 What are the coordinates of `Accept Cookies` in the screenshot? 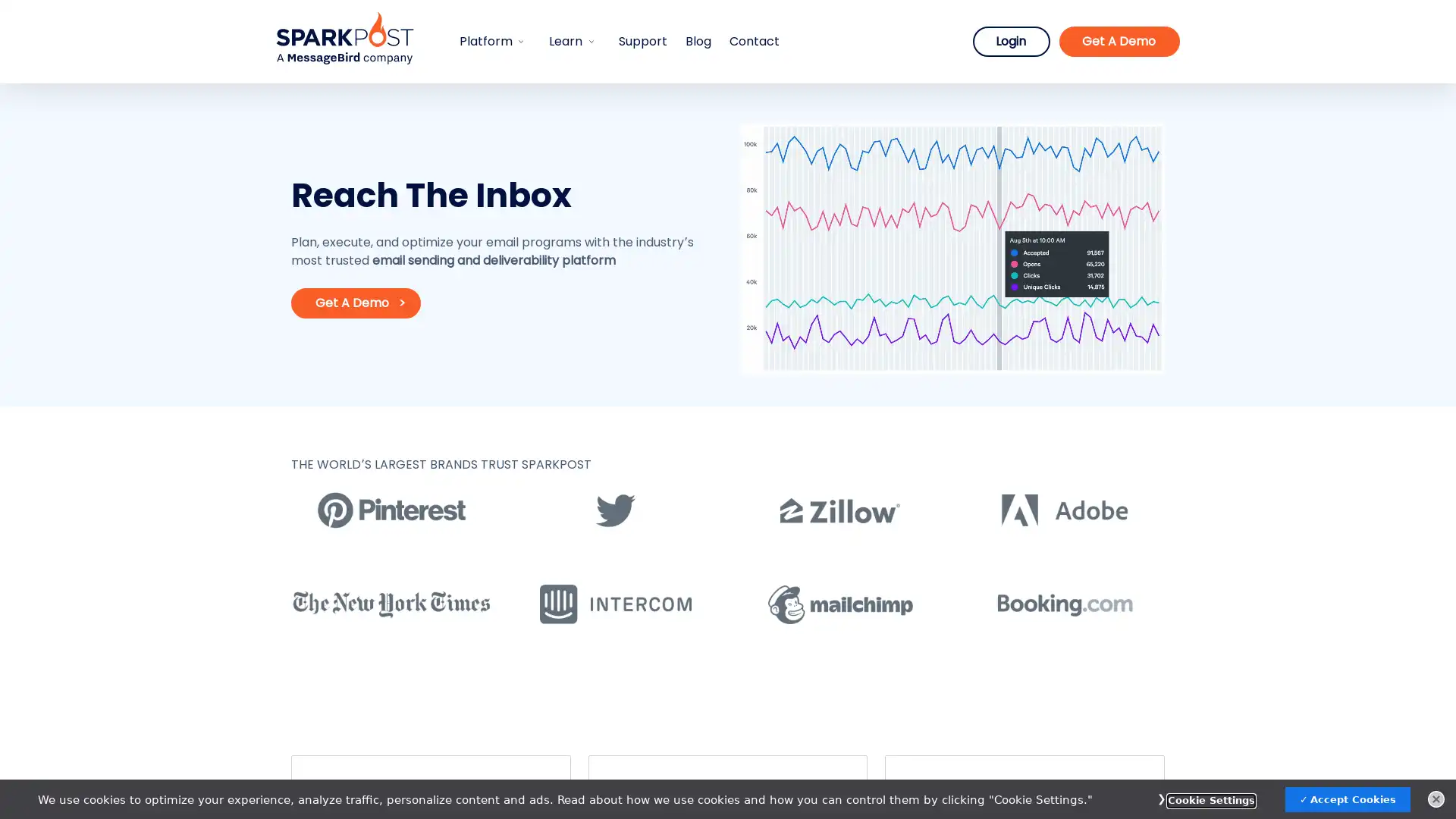 It's located at (1348, 798).